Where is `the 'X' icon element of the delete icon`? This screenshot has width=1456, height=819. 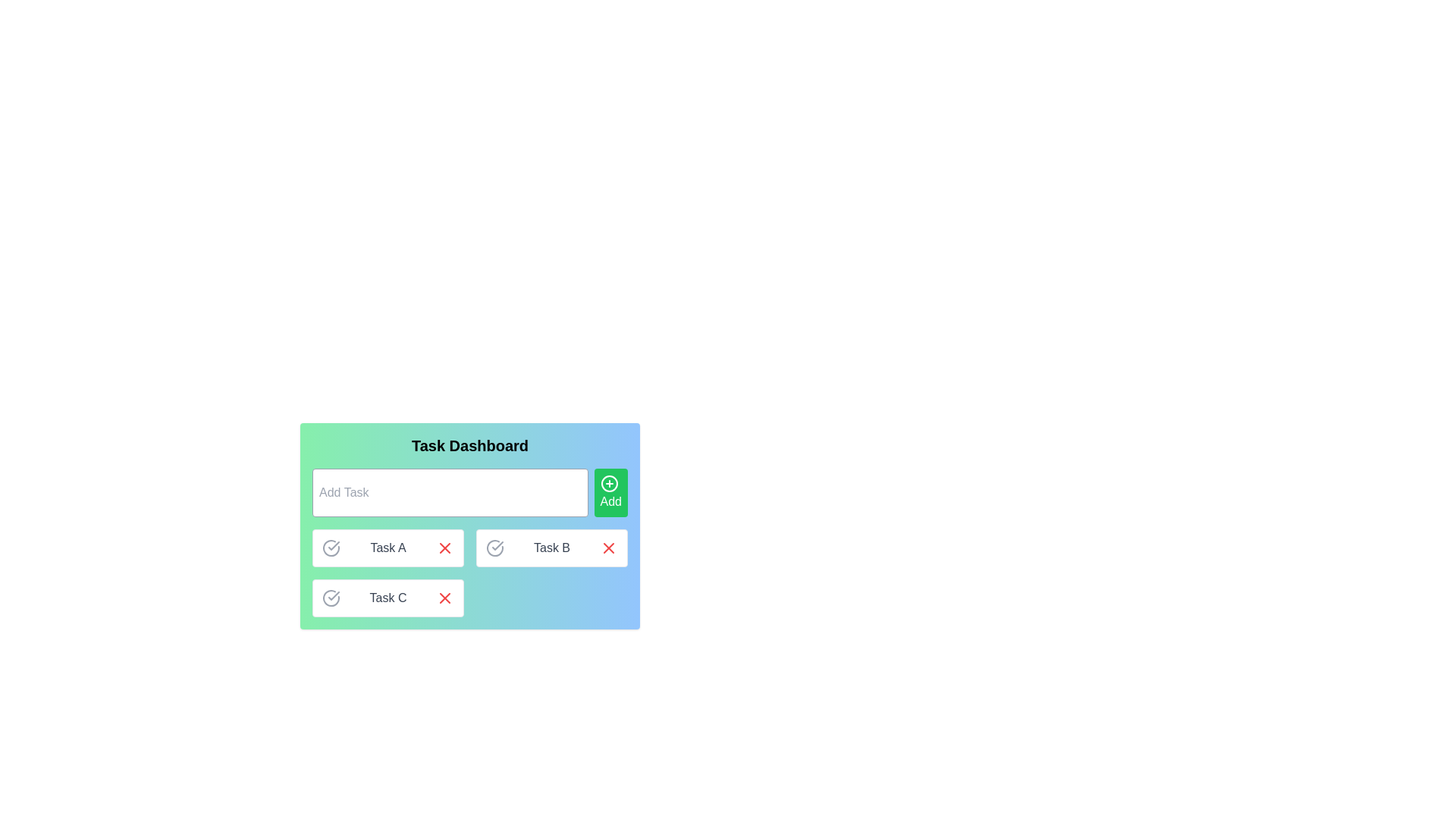
the 'X' icon element of the delete icon is located at coordinates (444, 548).